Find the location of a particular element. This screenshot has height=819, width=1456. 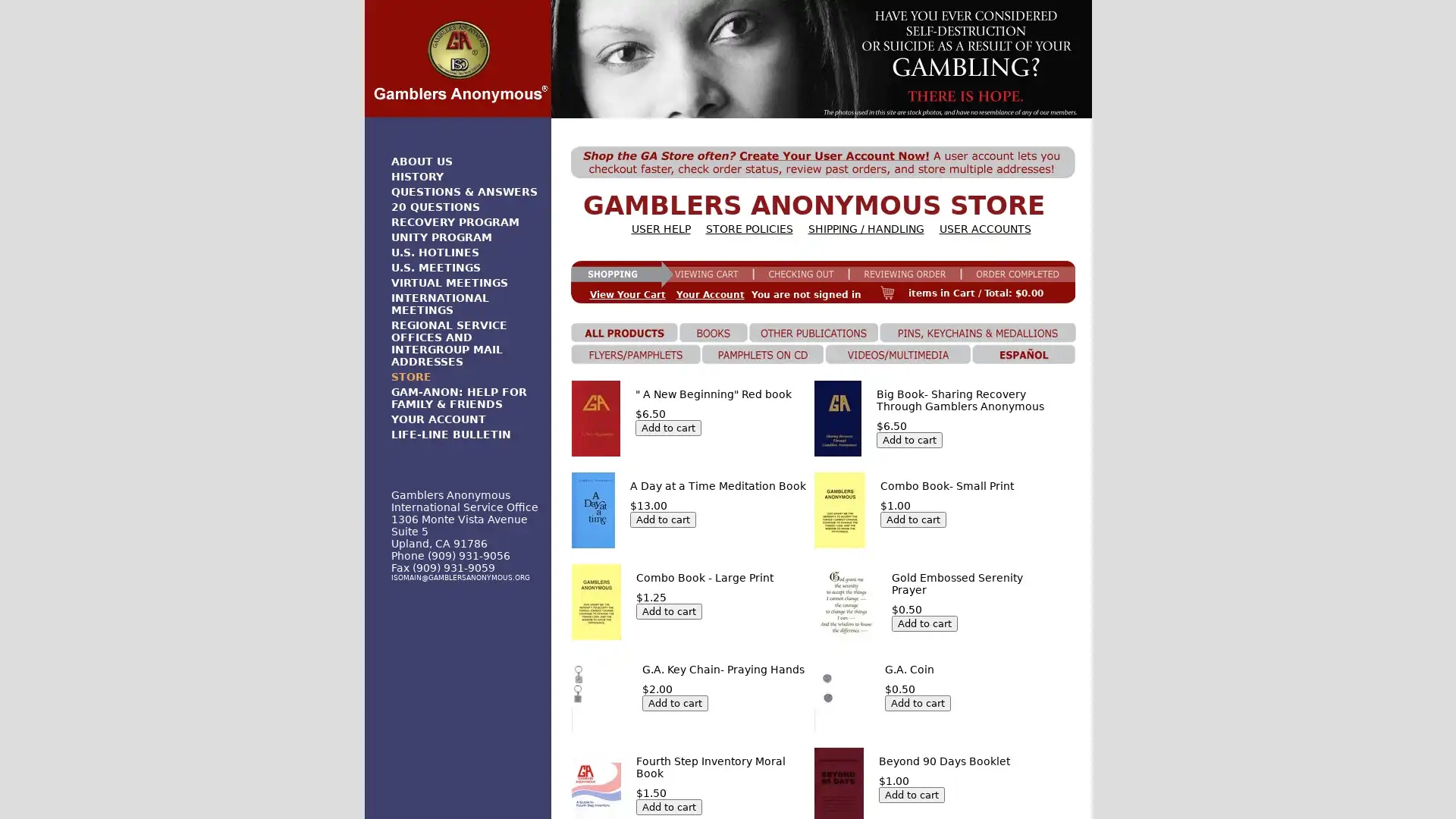

Add to cart is located at coordinates (667, 805).